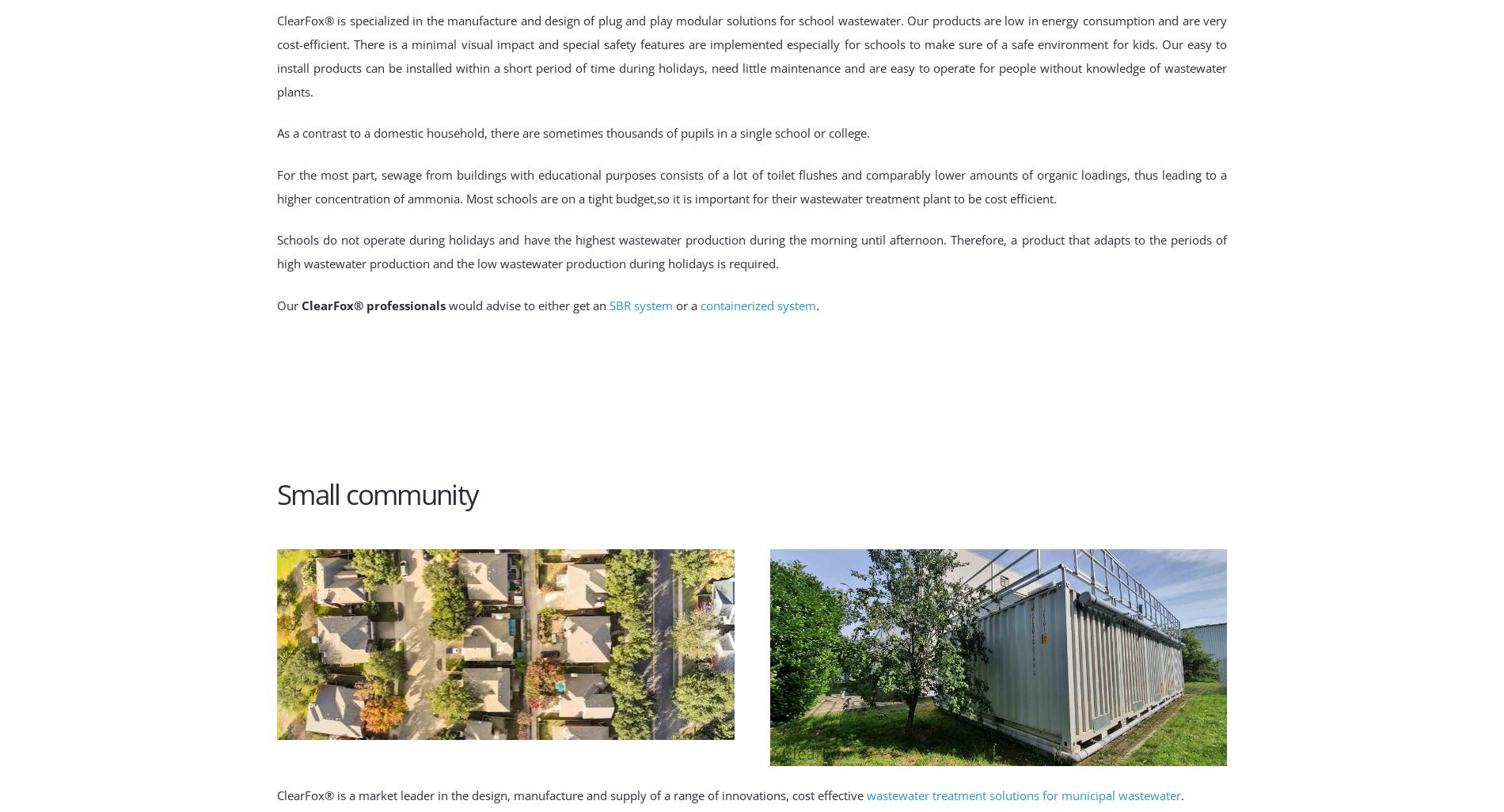  What do you see at coordinates (752, 251) in the screenshot?
I see `'Schools do not operate during holidays and have the highest wastewater production during the morning until afternoon. Therefore, a product that adapts to the periods of high wastewater production and the low wastewater production during holidays is required.'` at bounding box center [752, 251].